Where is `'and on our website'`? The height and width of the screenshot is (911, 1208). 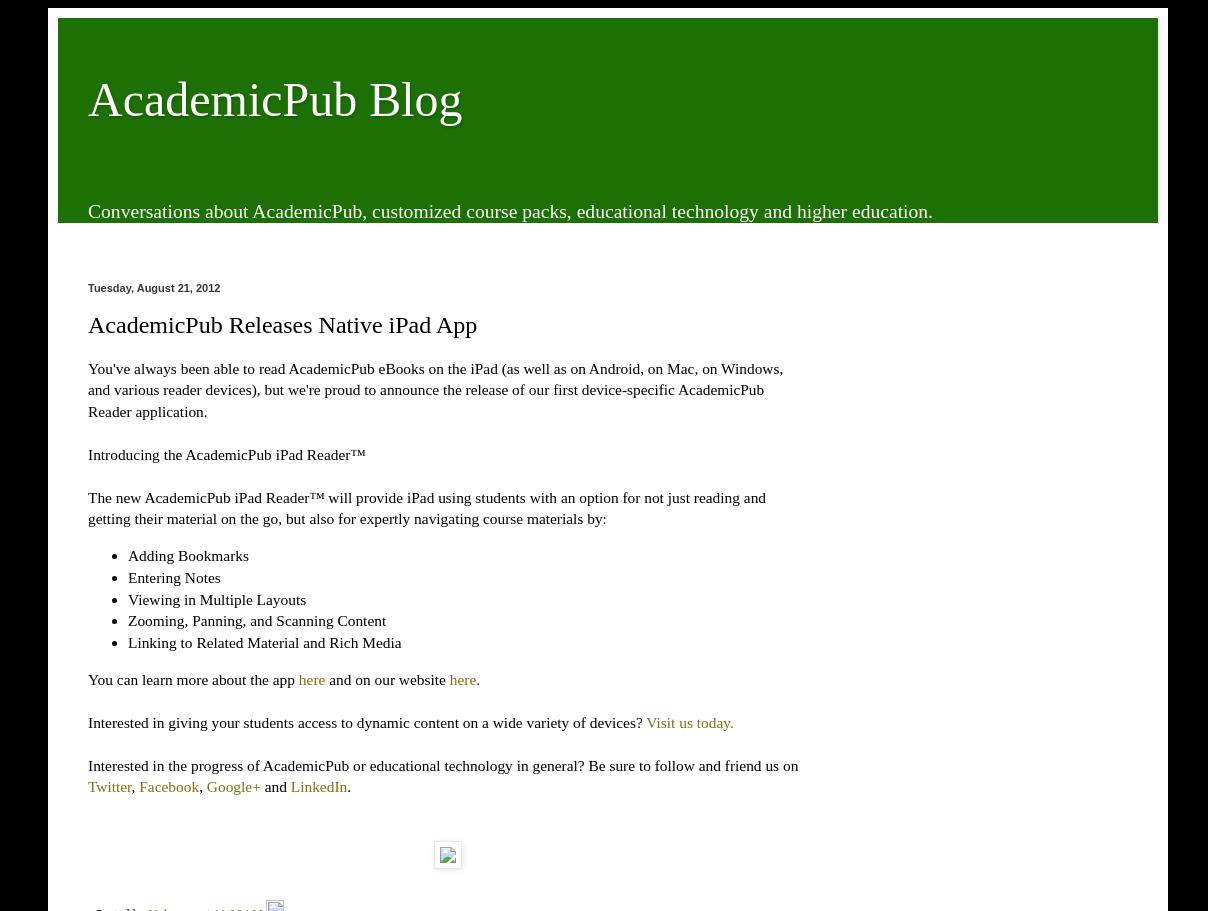
'and on our website' is located at coordinates (323, 677).